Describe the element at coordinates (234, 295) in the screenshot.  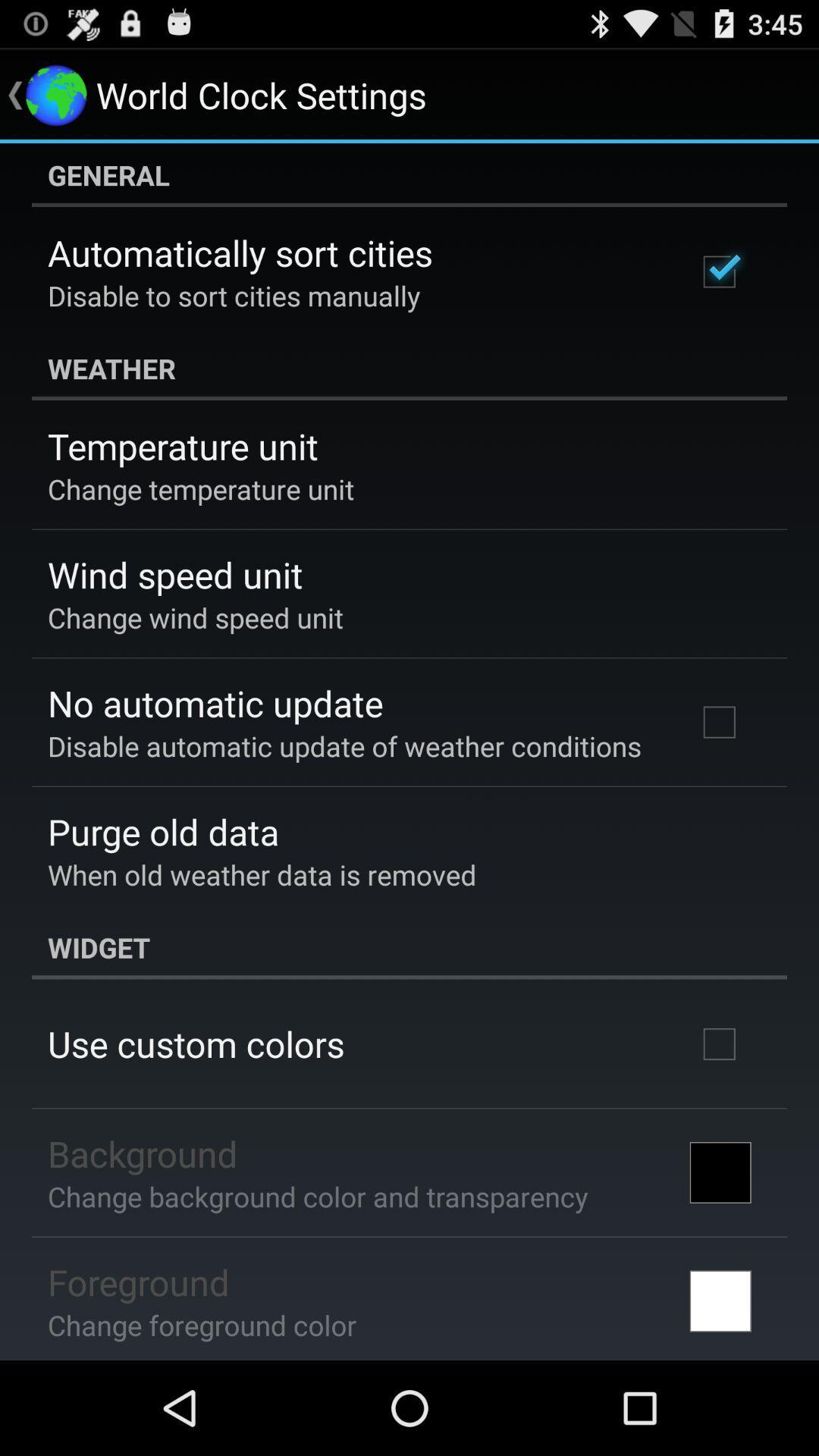
I see `item below automatically sort cities app` at that location.